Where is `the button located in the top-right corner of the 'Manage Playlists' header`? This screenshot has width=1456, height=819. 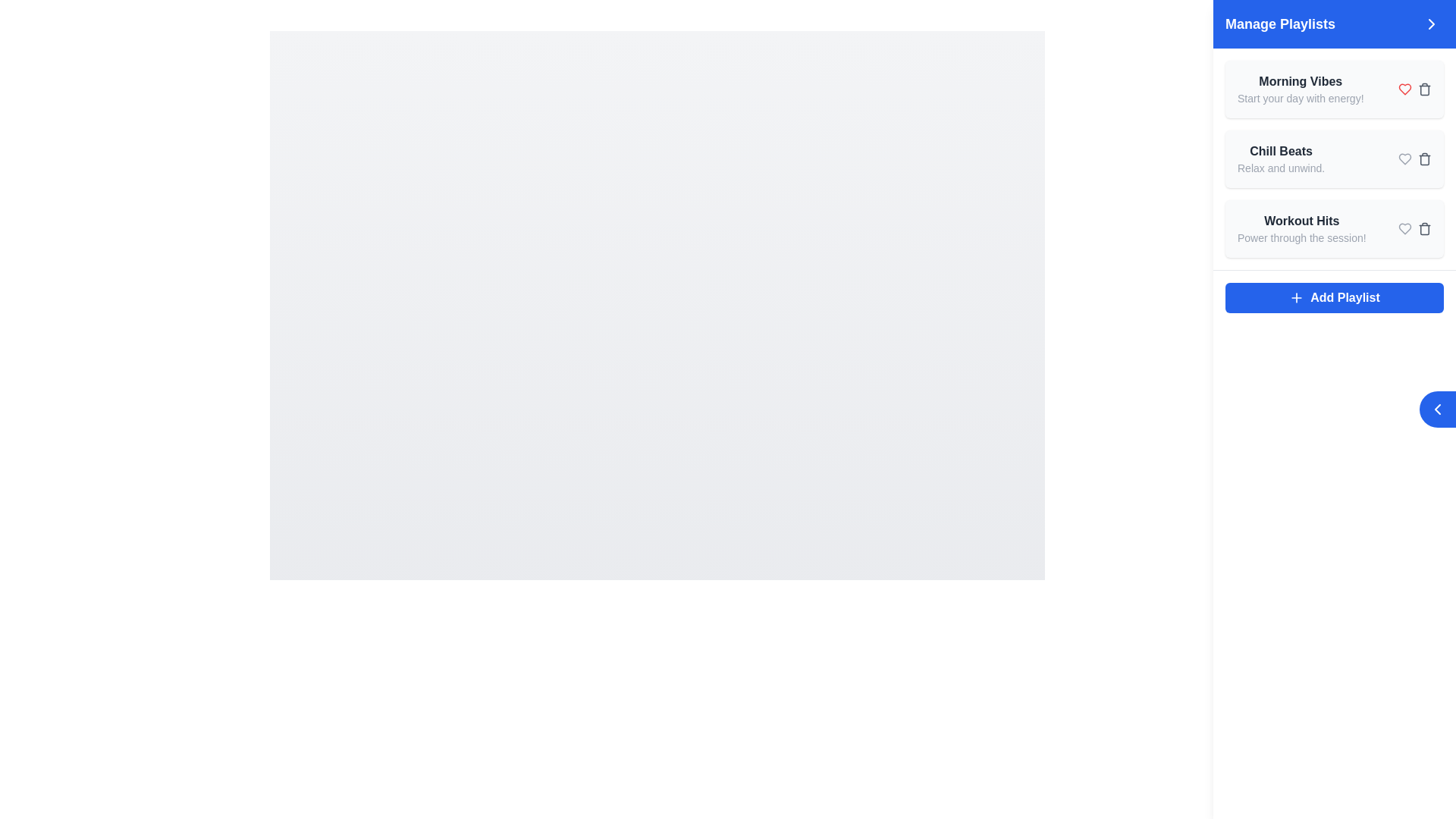 the button located in the top-right corner of the 'Manage Playlists' header is located at coordinates (1430, 24).